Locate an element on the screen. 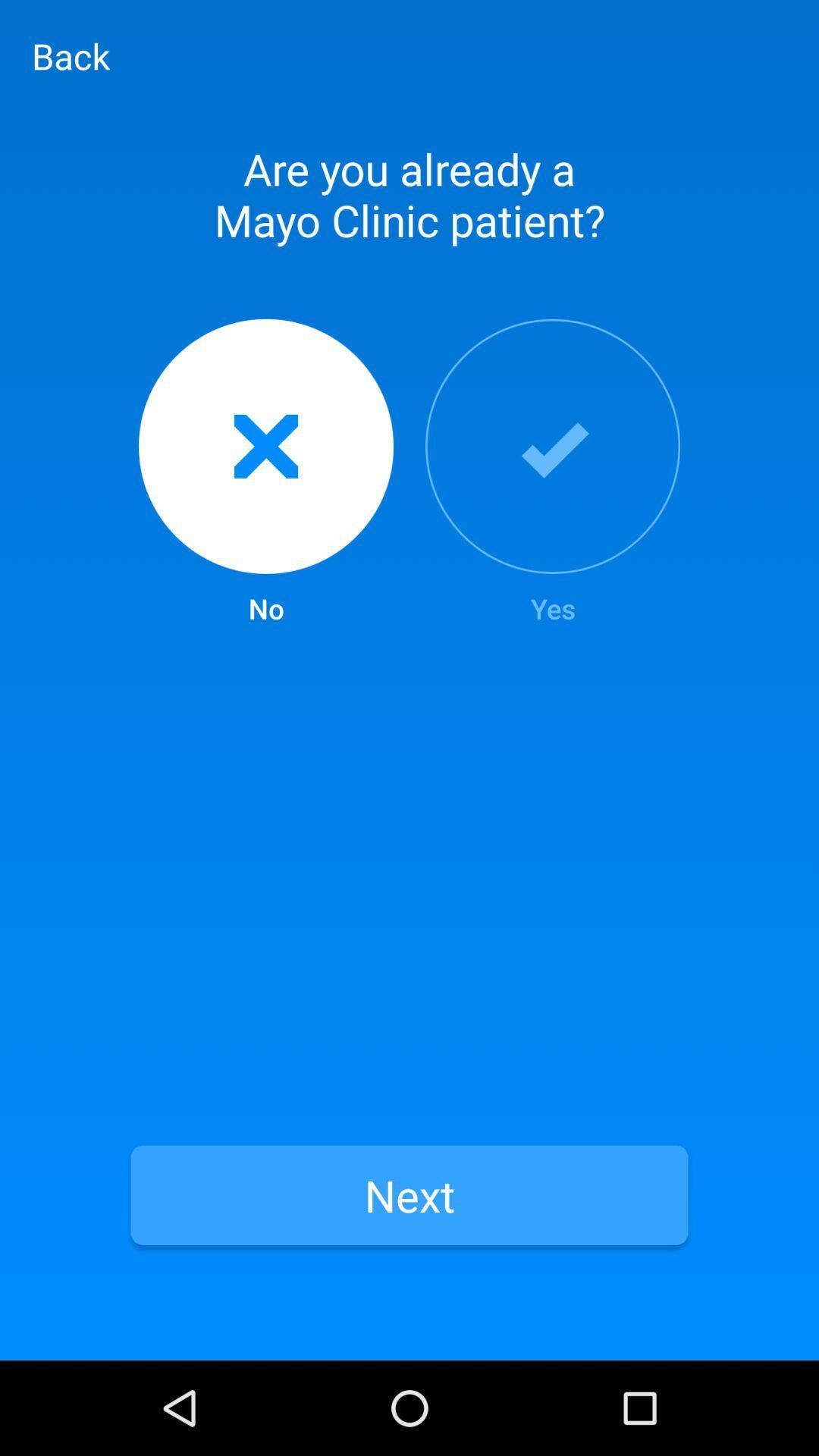 The image size is (819, 1456). icon to the right of no item is located at coordinates (553, 472).